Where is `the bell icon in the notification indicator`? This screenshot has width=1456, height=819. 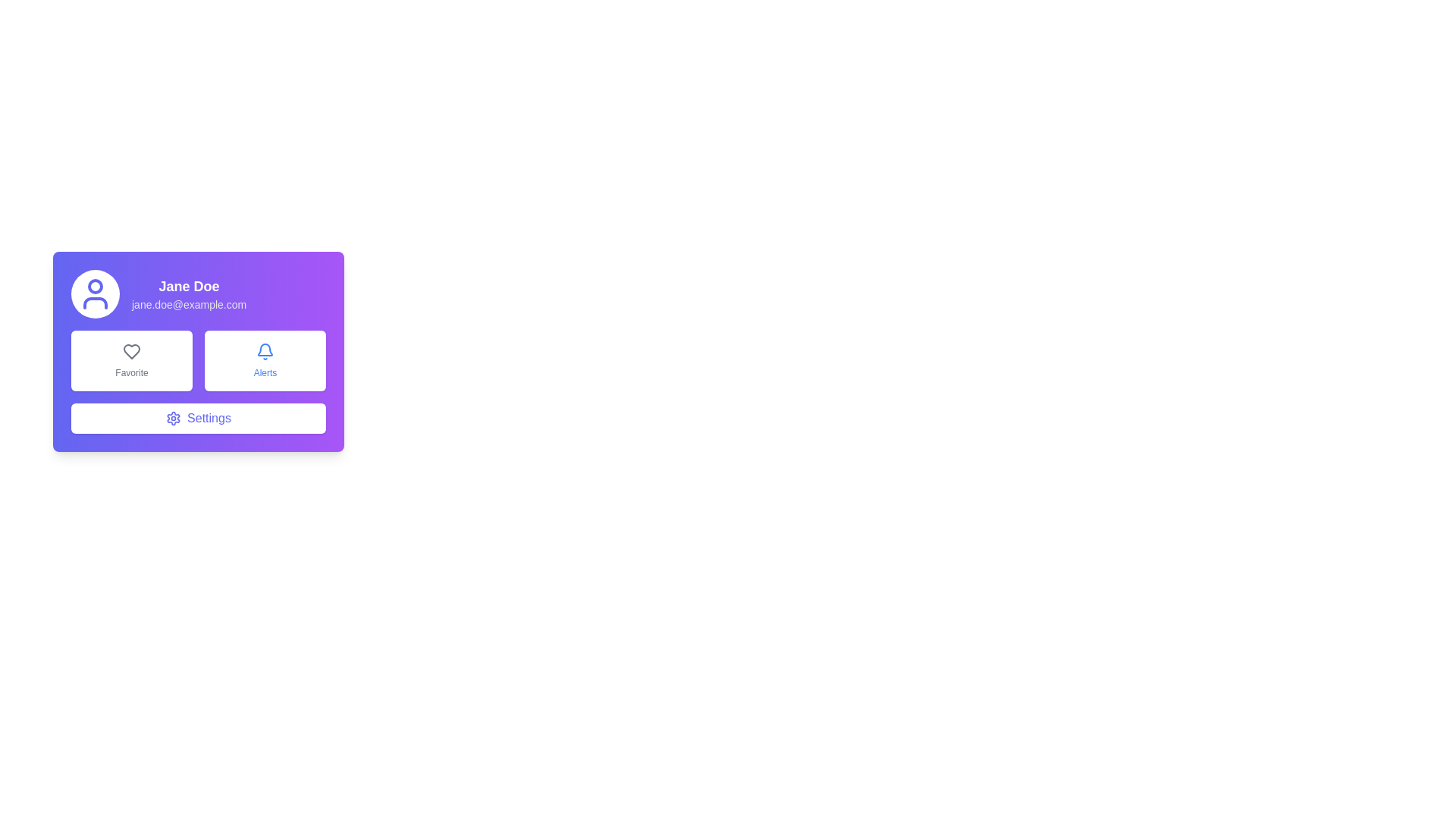 the bell icon in the notification indicator is located at coordinates (265, 350).